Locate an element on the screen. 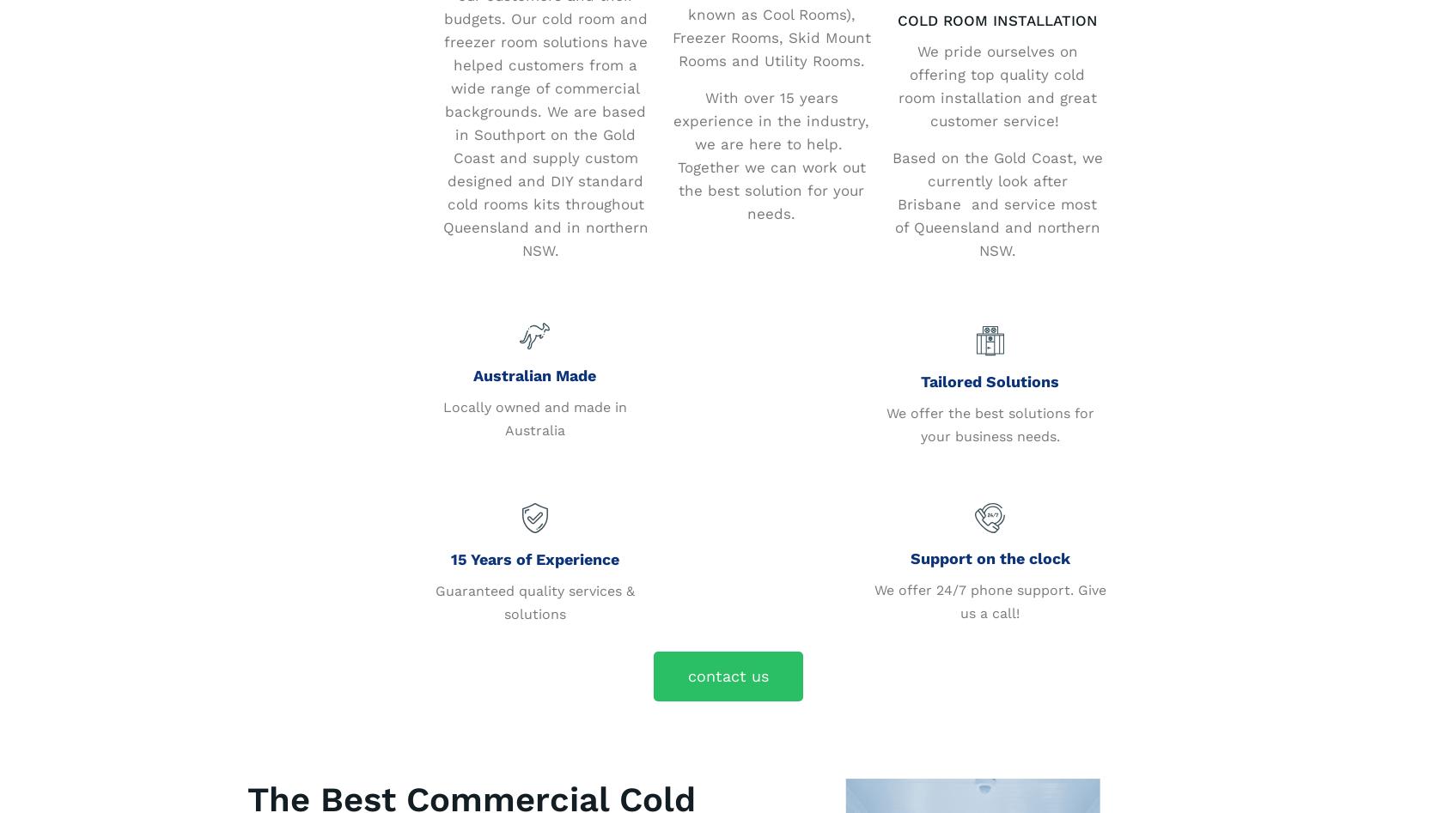 This screenshot has height=813, width=1456. 'We pride ourselves on offering top quality cold room installation and great customer service!' is located at coordinates (996, 84).